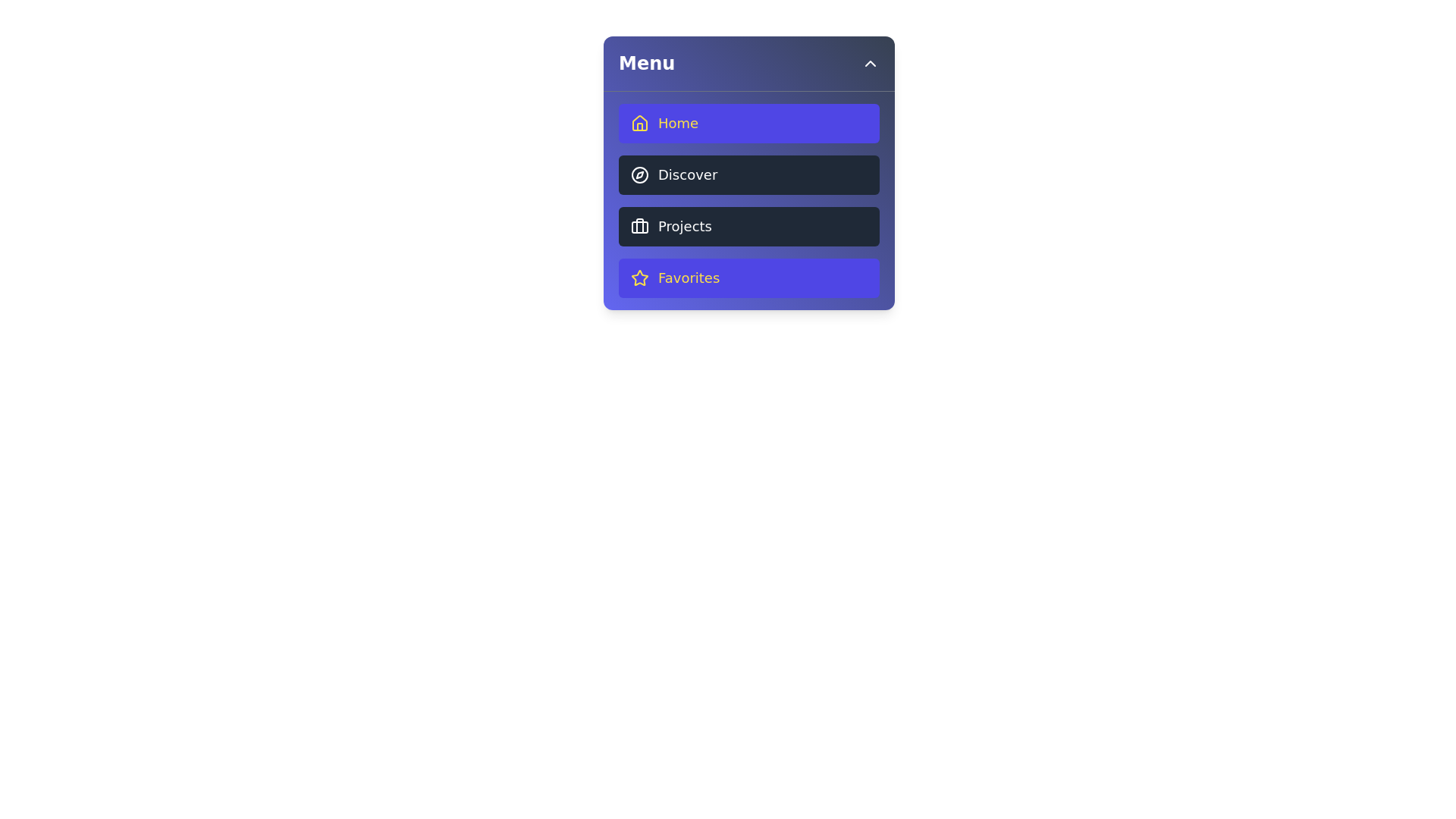 This screenshot has height=819, width=1456. What do you see at coordinates (749, 278) in the screenshot?
I see `the menu item Favorites to observe its hover effect` at bounding box center [749, 278].